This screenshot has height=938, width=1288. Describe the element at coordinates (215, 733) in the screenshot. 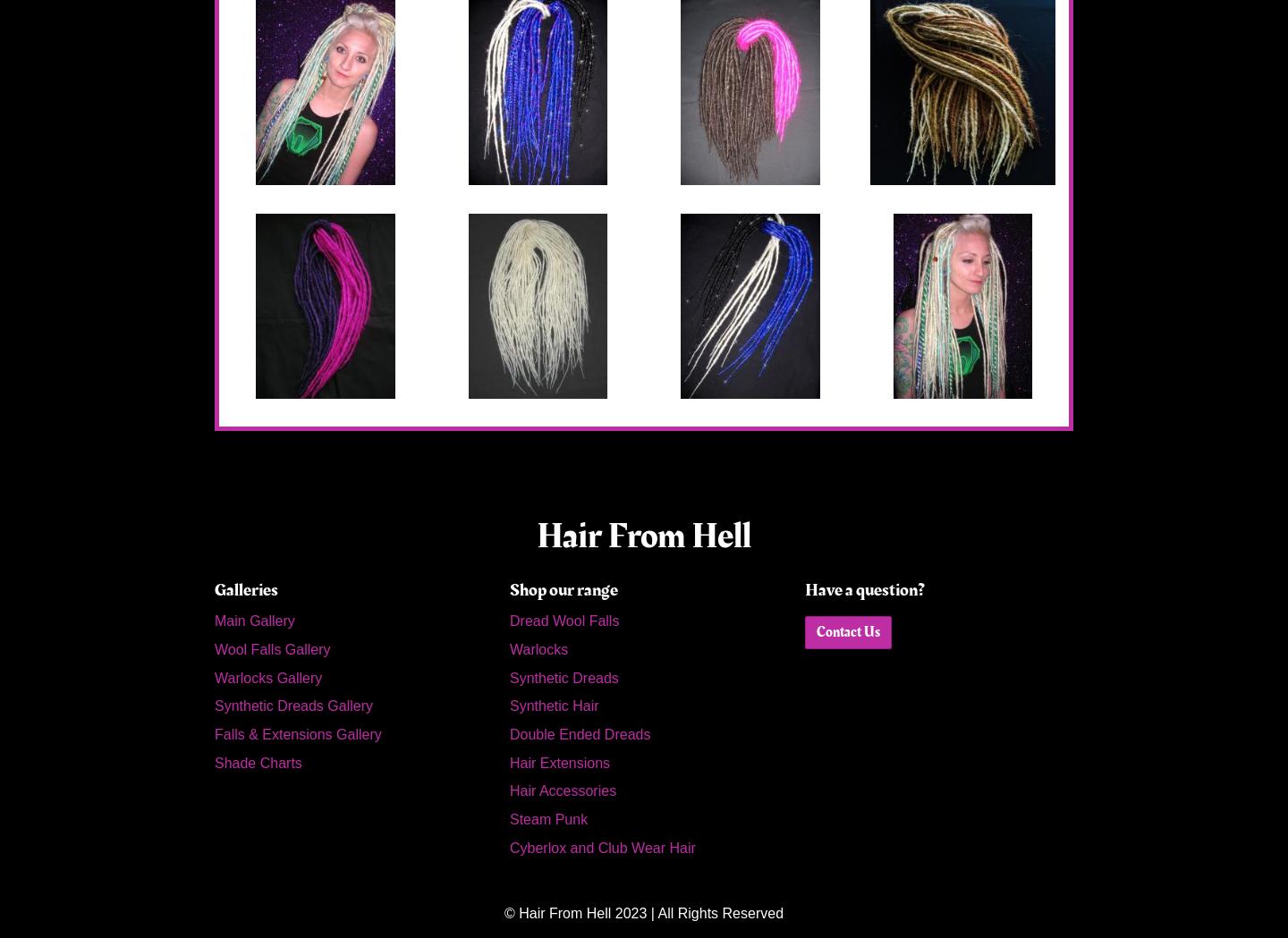

I see `'Falls & Extensions Gallery'` at that location.